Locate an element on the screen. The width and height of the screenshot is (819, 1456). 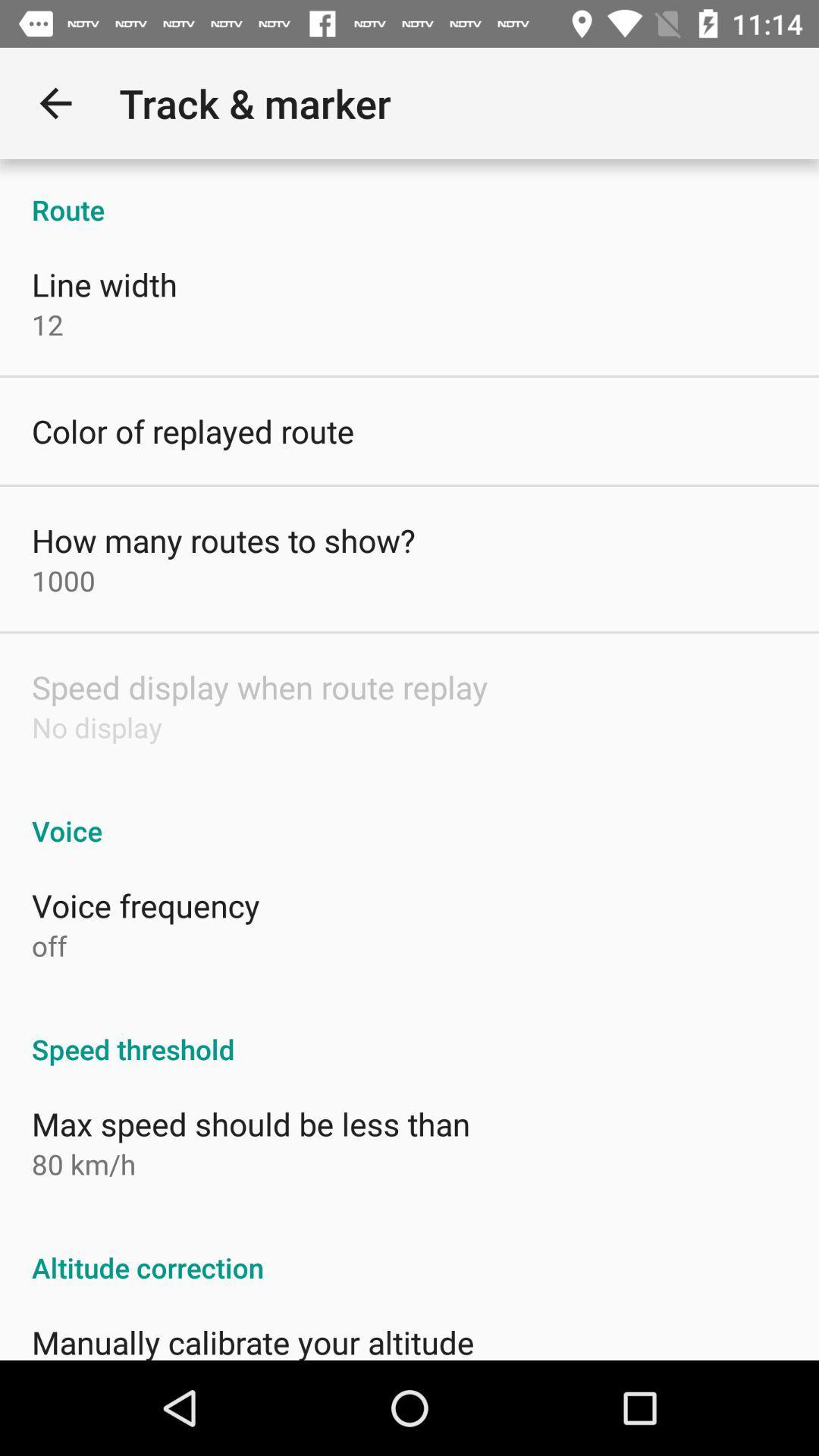
item above route is located at coordinates (55, 102).